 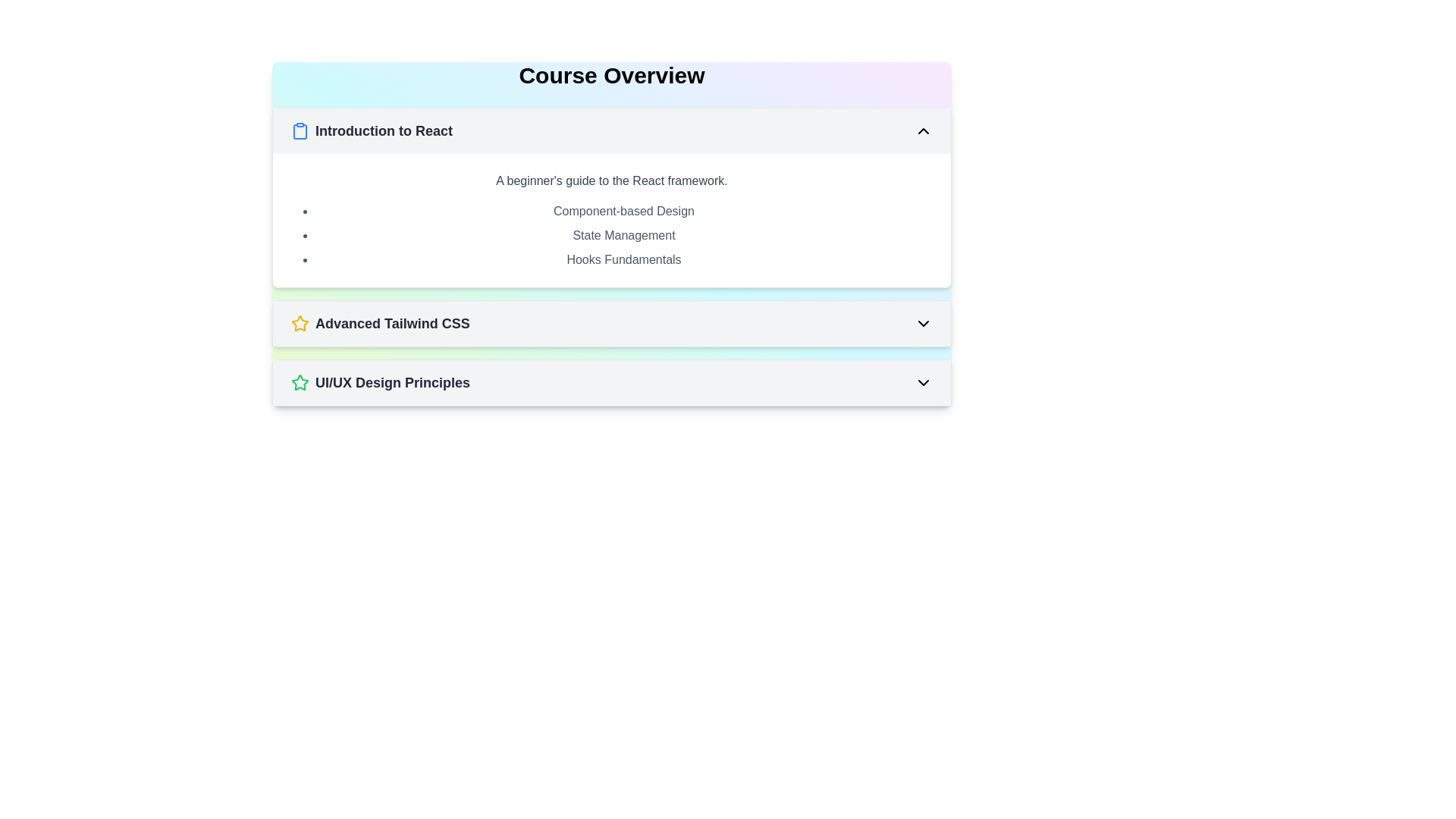 I want to click on the text label representing the 'Introduction to React' section in the course overview, so click(x=623, y=236).